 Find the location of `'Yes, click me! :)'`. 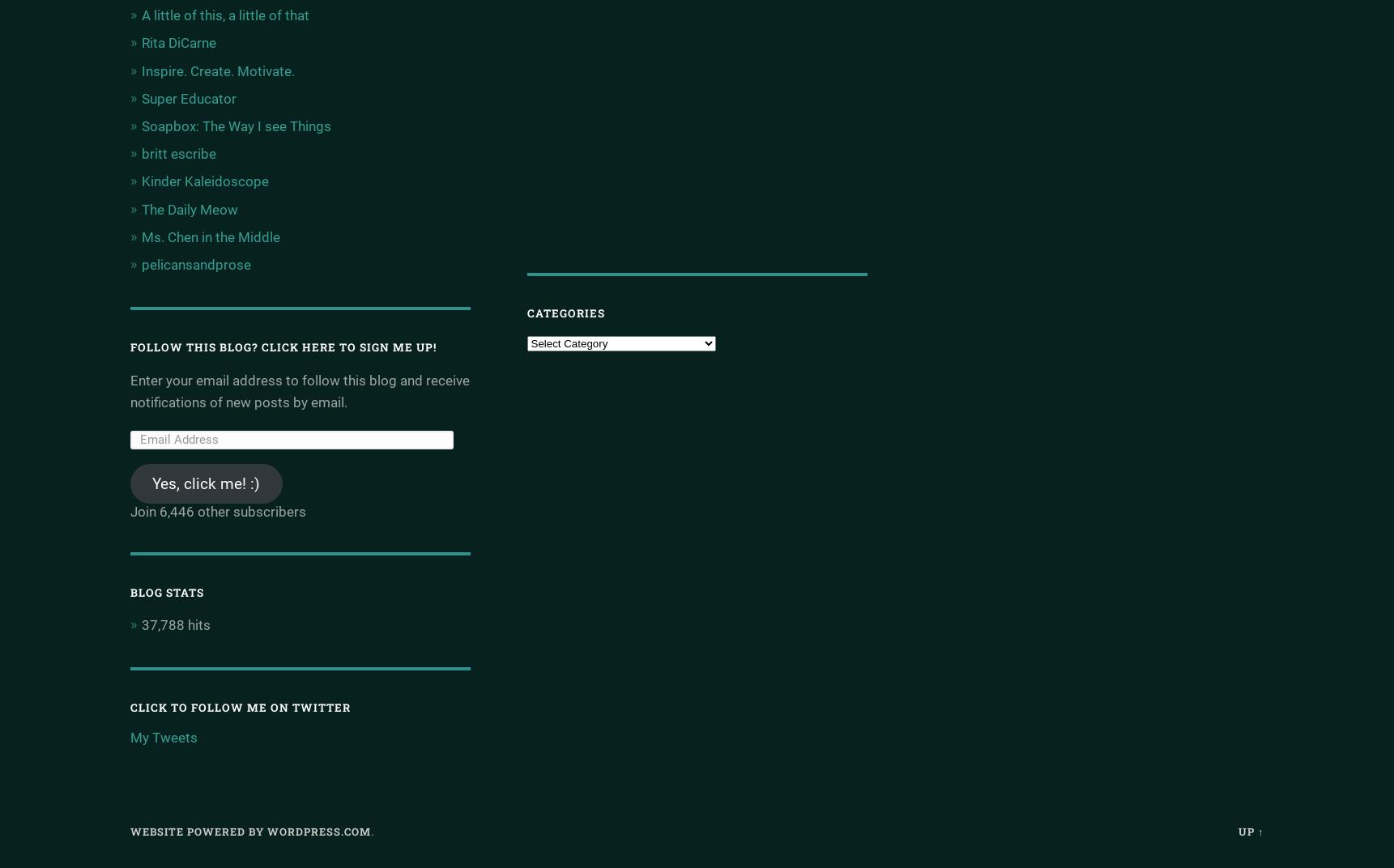

'Yes, click me! :)' is located at coordinates (206, 482).